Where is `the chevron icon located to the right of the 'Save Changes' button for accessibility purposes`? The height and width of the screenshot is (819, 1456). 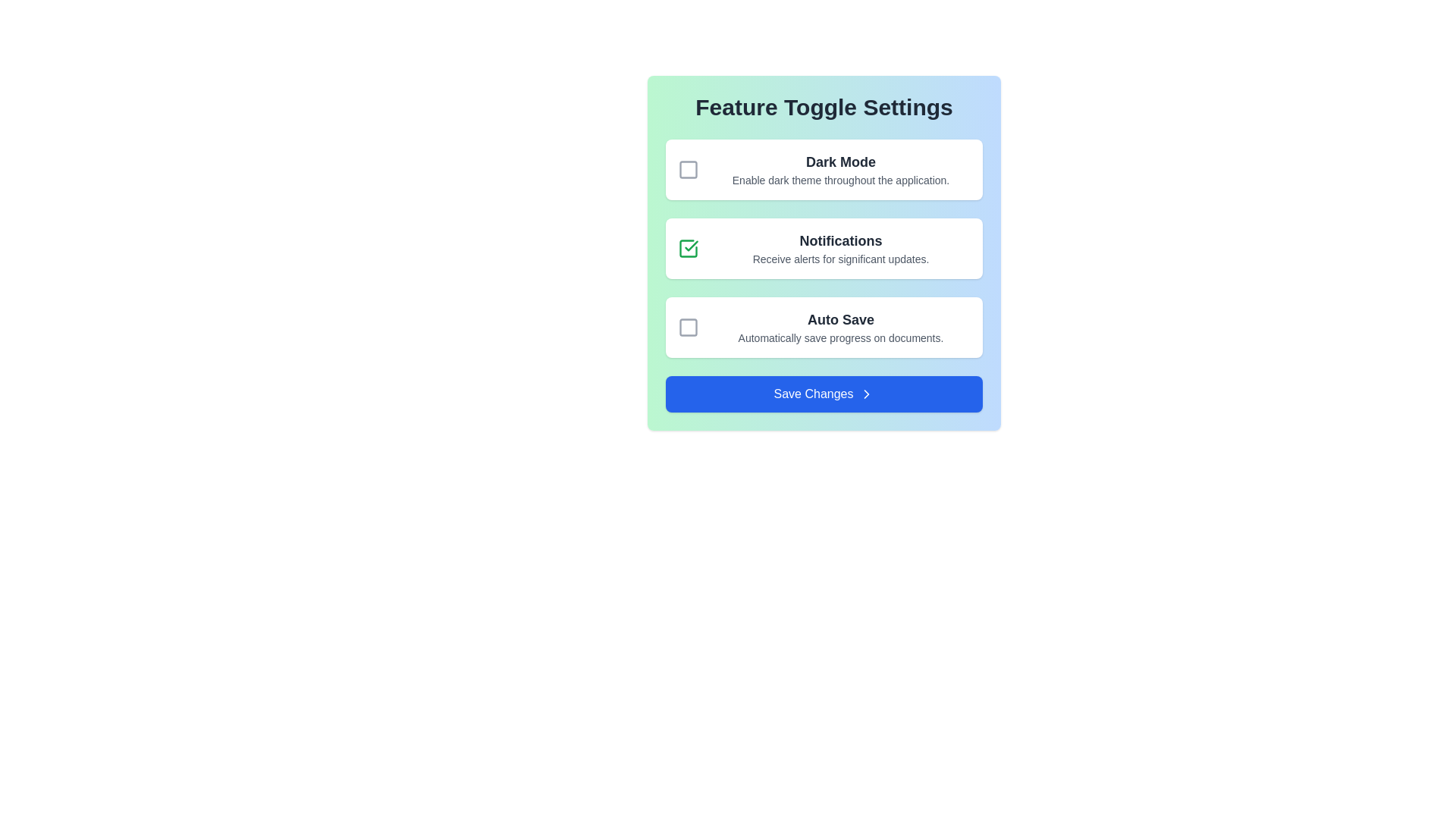 the chevron icon located to the right of the 'Save Changes' button for accessibility purposes is located at coordinates (867, 394).